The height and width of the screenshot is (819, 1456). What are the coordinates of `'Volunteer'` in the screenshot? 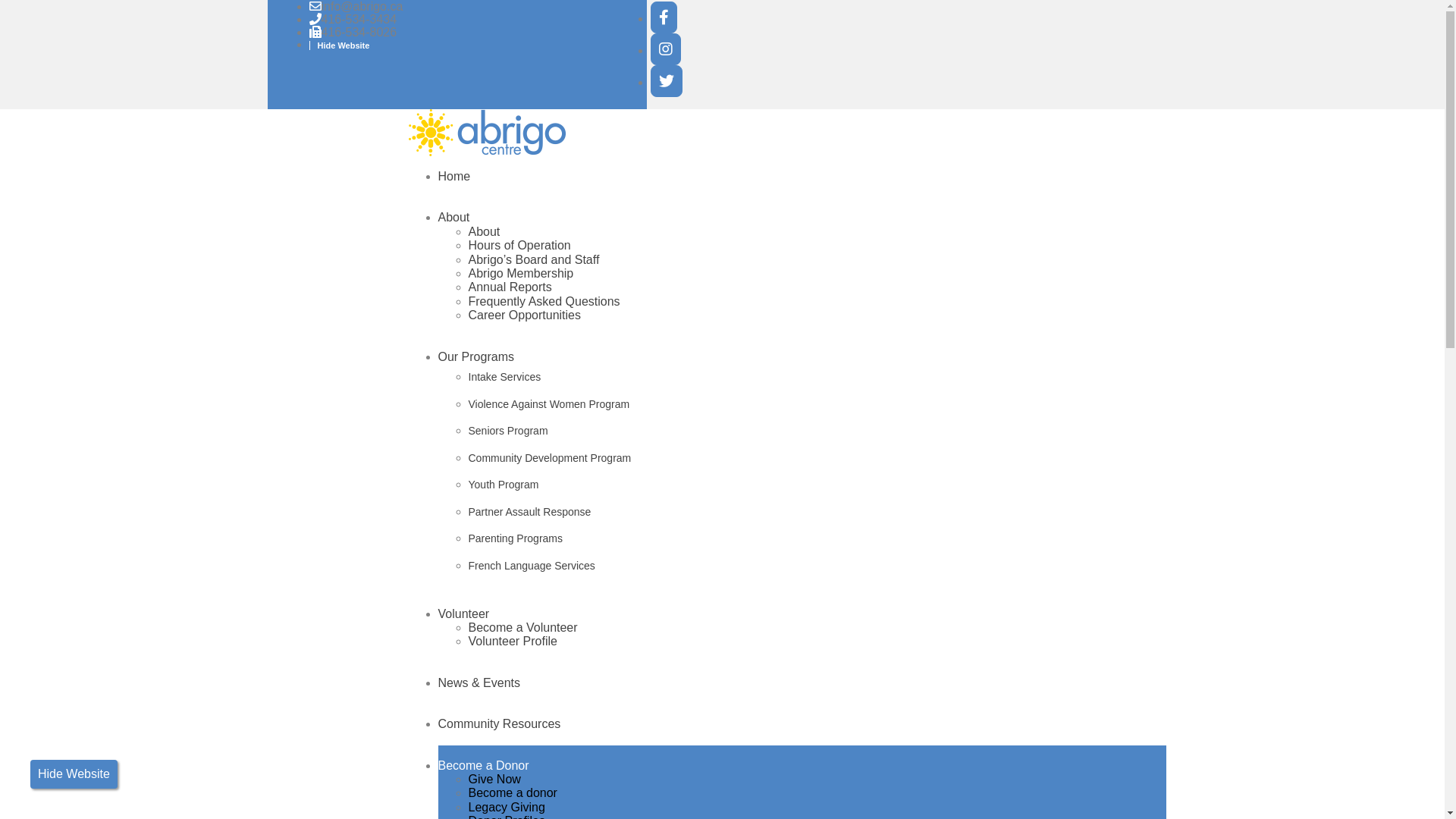 It's located at (463, 613).